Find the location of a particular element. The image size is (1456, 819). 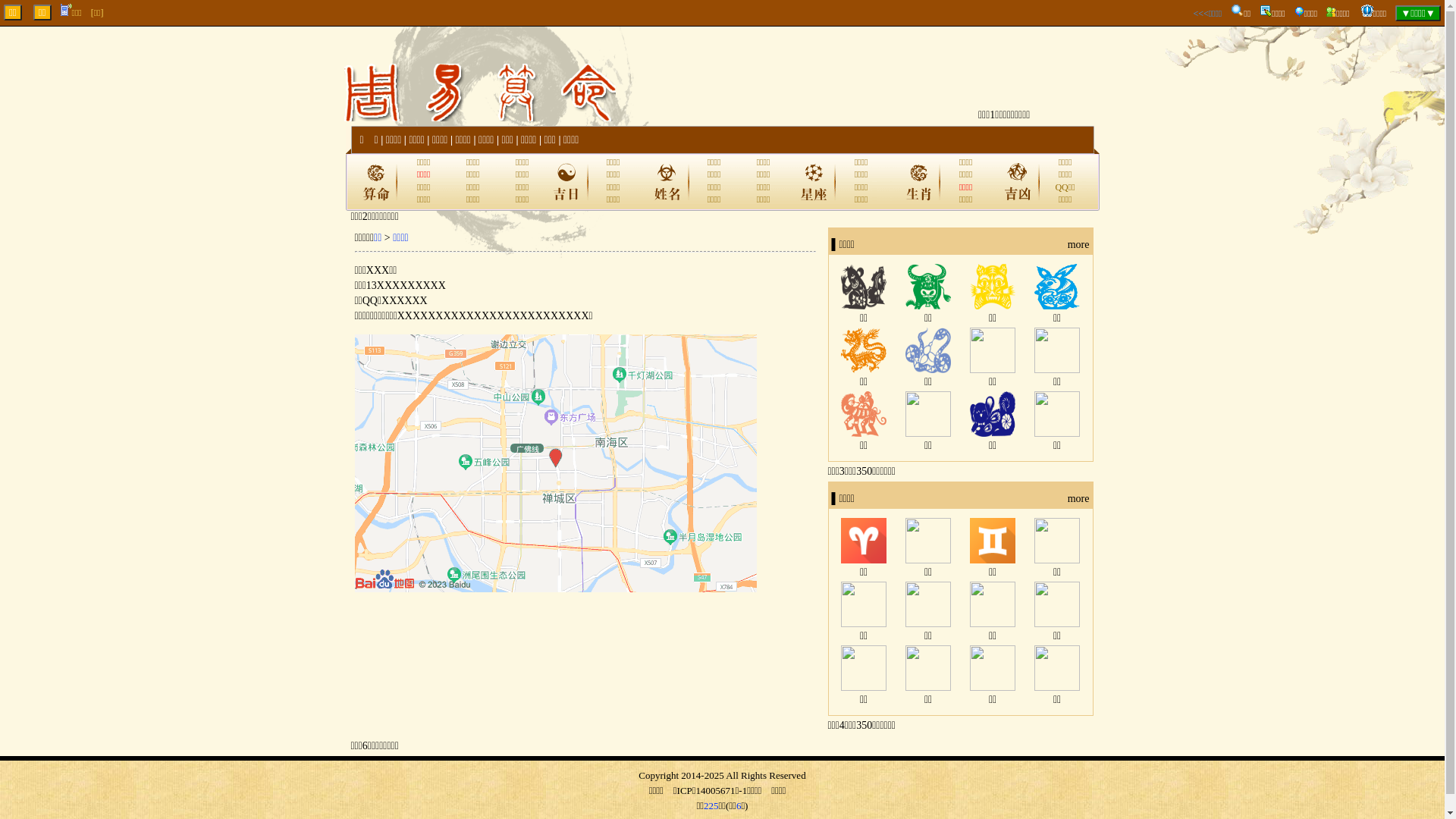

'225' is located at coordinates (710, 805).